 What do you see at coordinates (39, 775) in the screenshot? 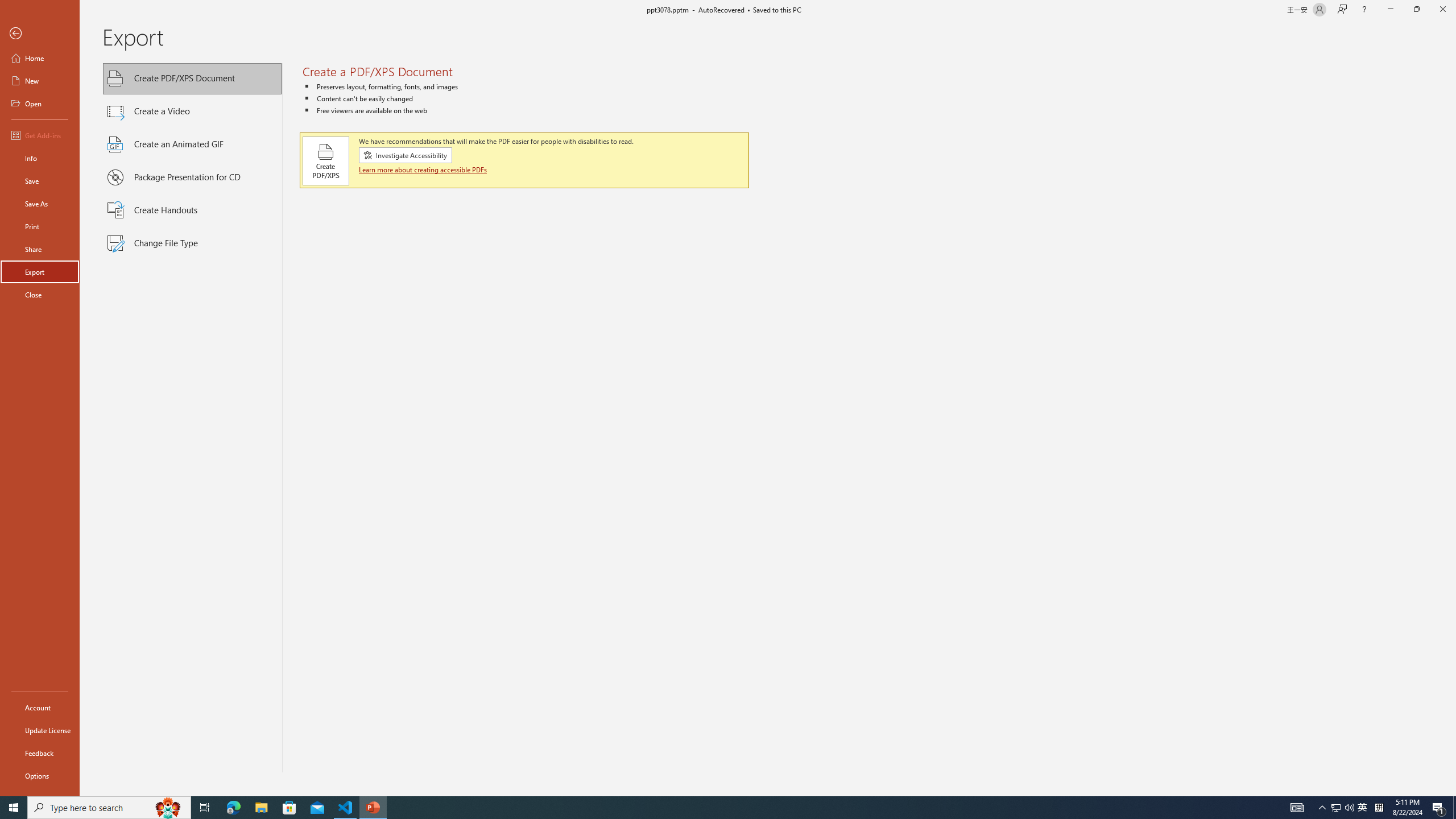
I see `'Options'` at bounding box center [39, 775].